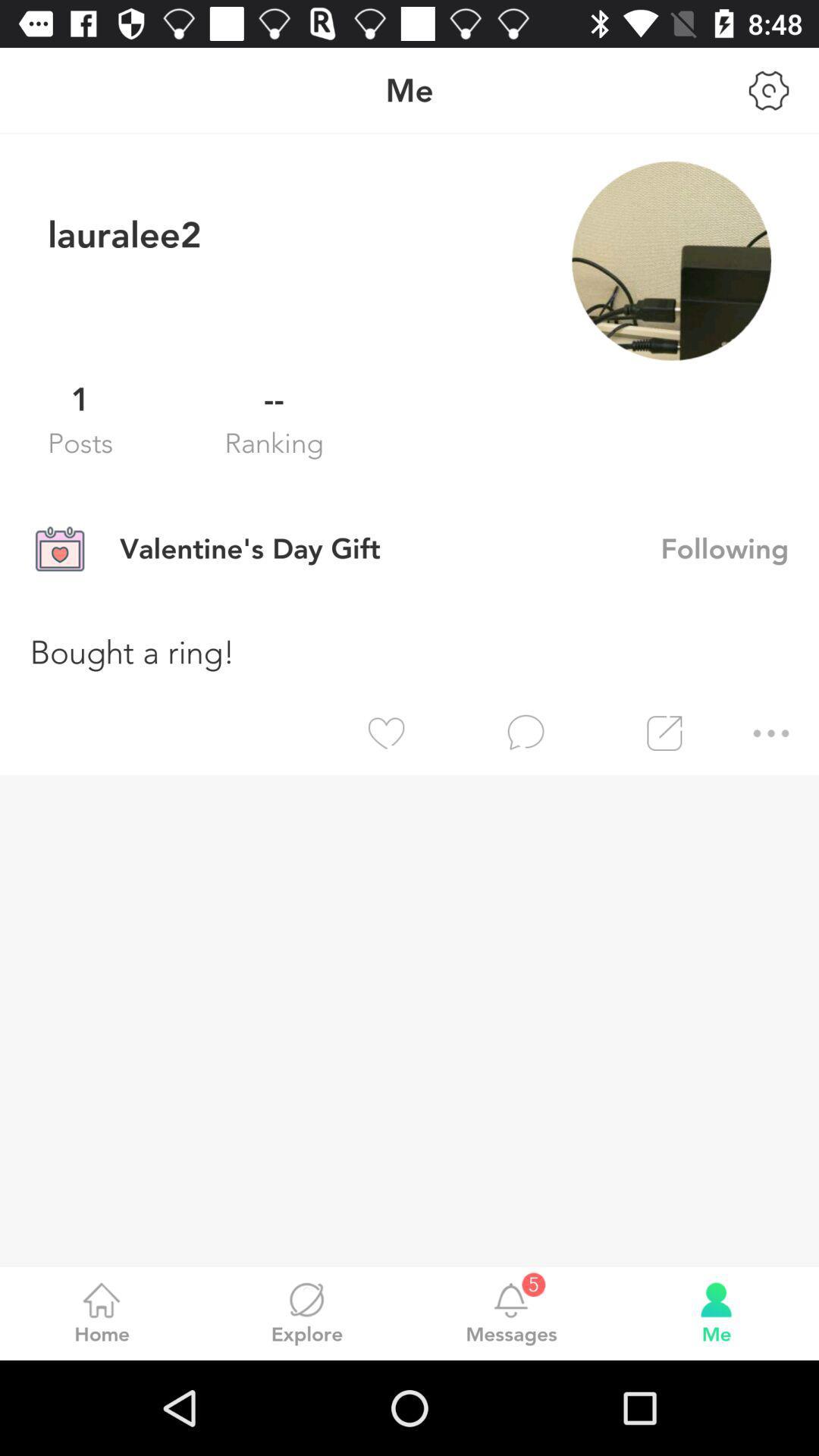 The width and height of the screenshot is (819, 1456). I want to click on the item below bought a ring! icon, so click(785, 733).